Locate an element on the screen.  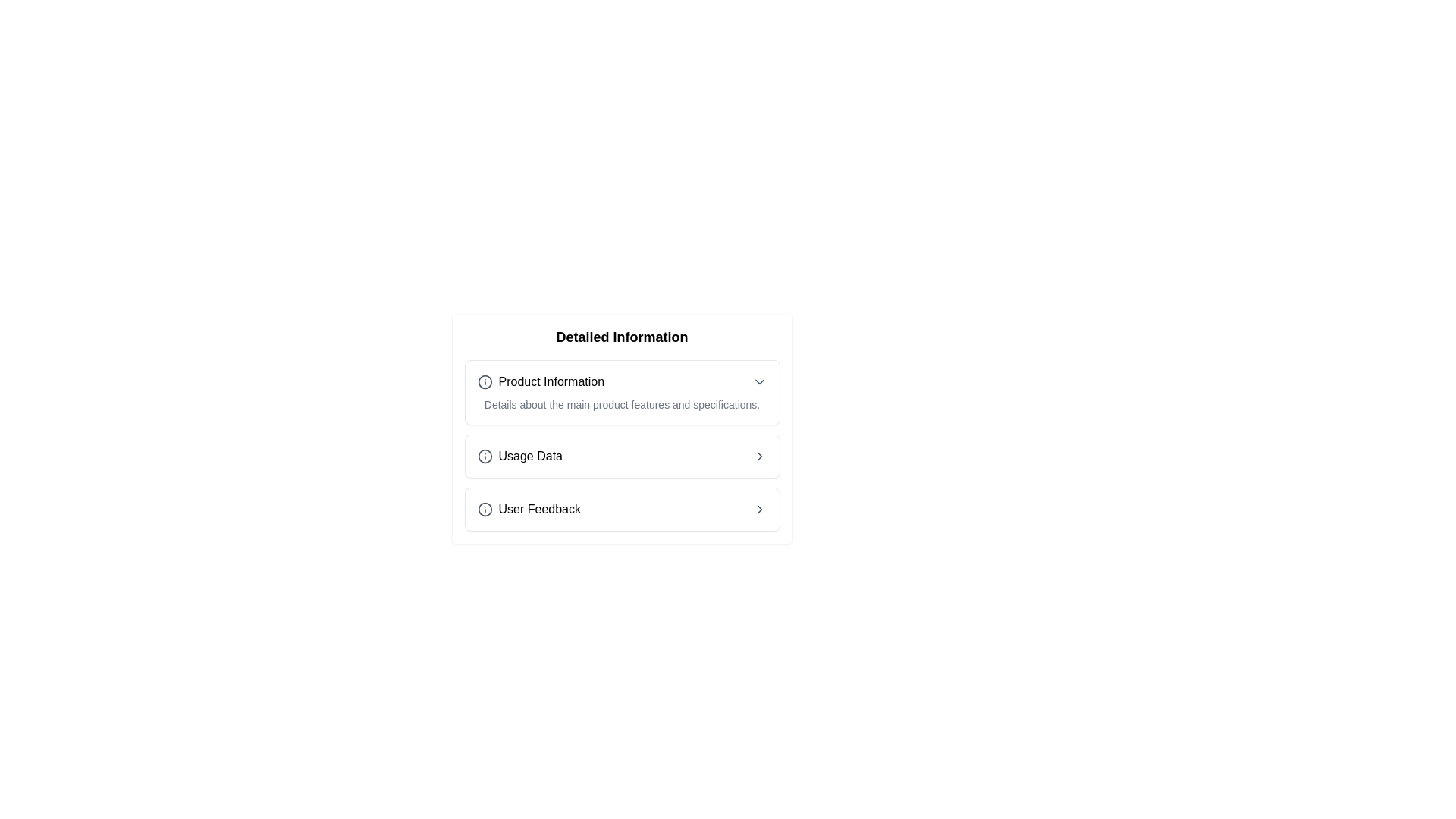
the second selectable list item labeled 'Usage Data' is located at coordinates (622, 455).